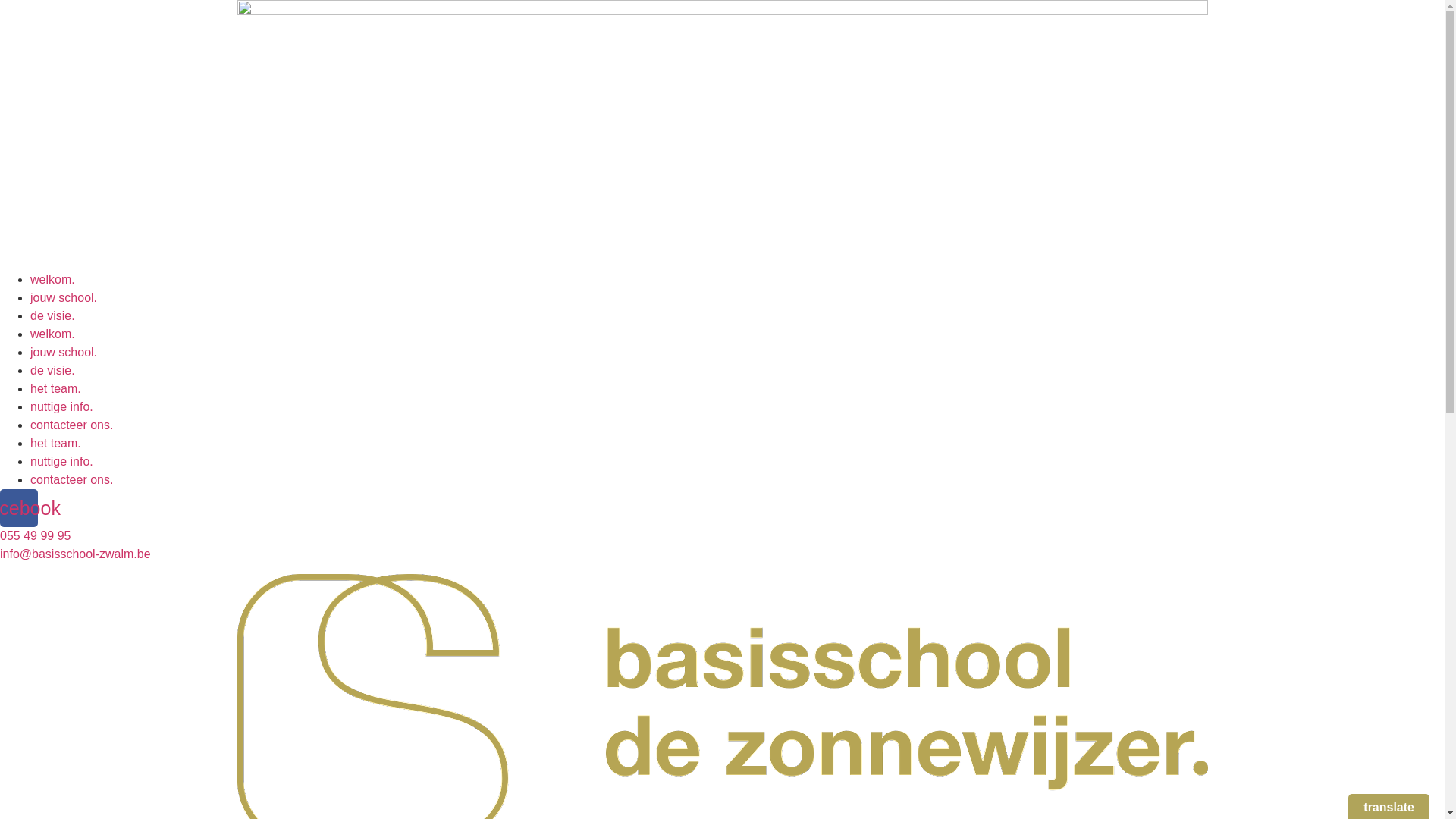  What do you see at coordinates (71, 425) in the screenshot?
I see `'contacteer ons.'` at bounding box center [71, 425].